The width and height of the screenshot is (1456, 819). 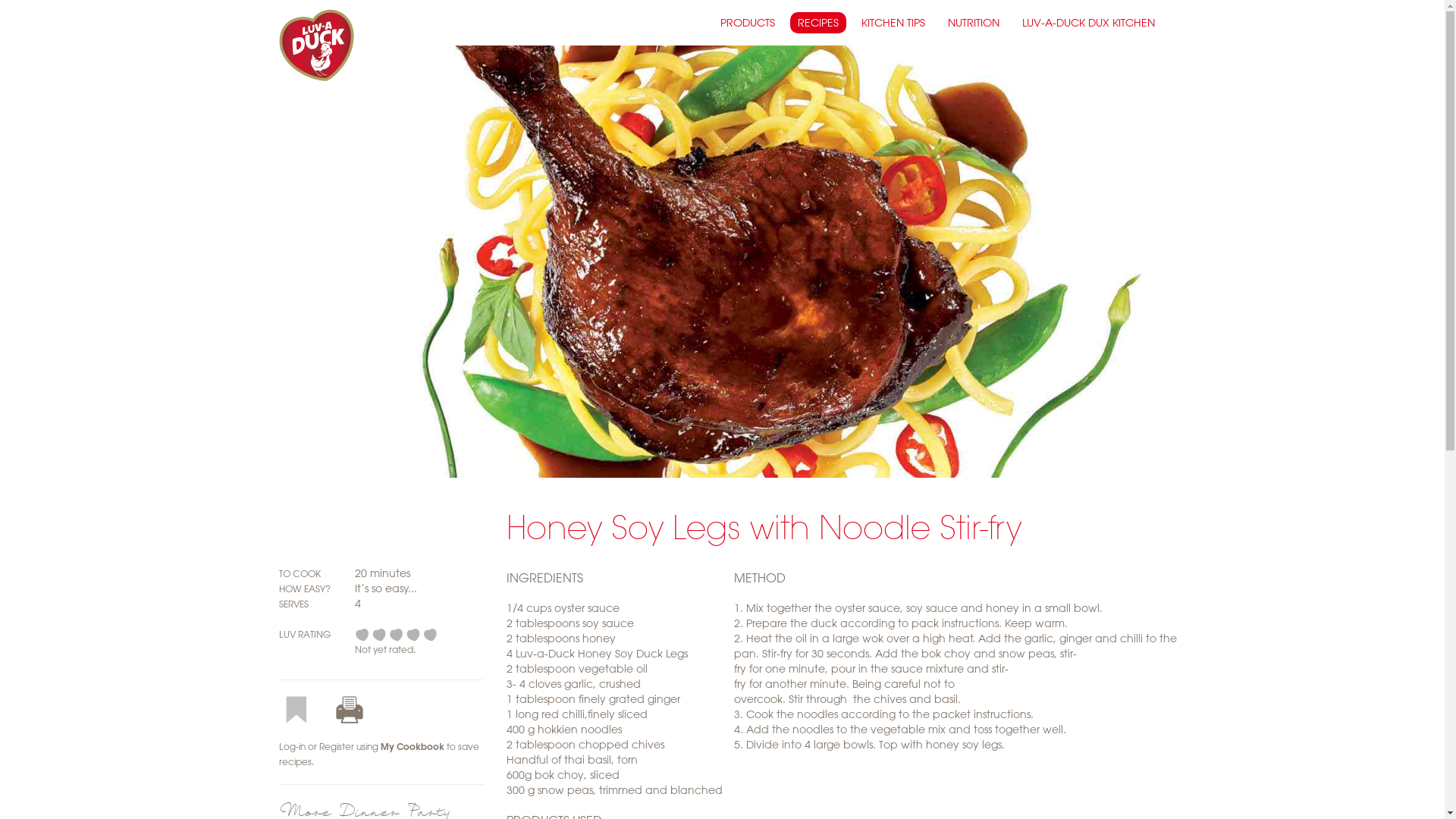 I want to click on 'NUTRITION', so click(x=939, y=23).